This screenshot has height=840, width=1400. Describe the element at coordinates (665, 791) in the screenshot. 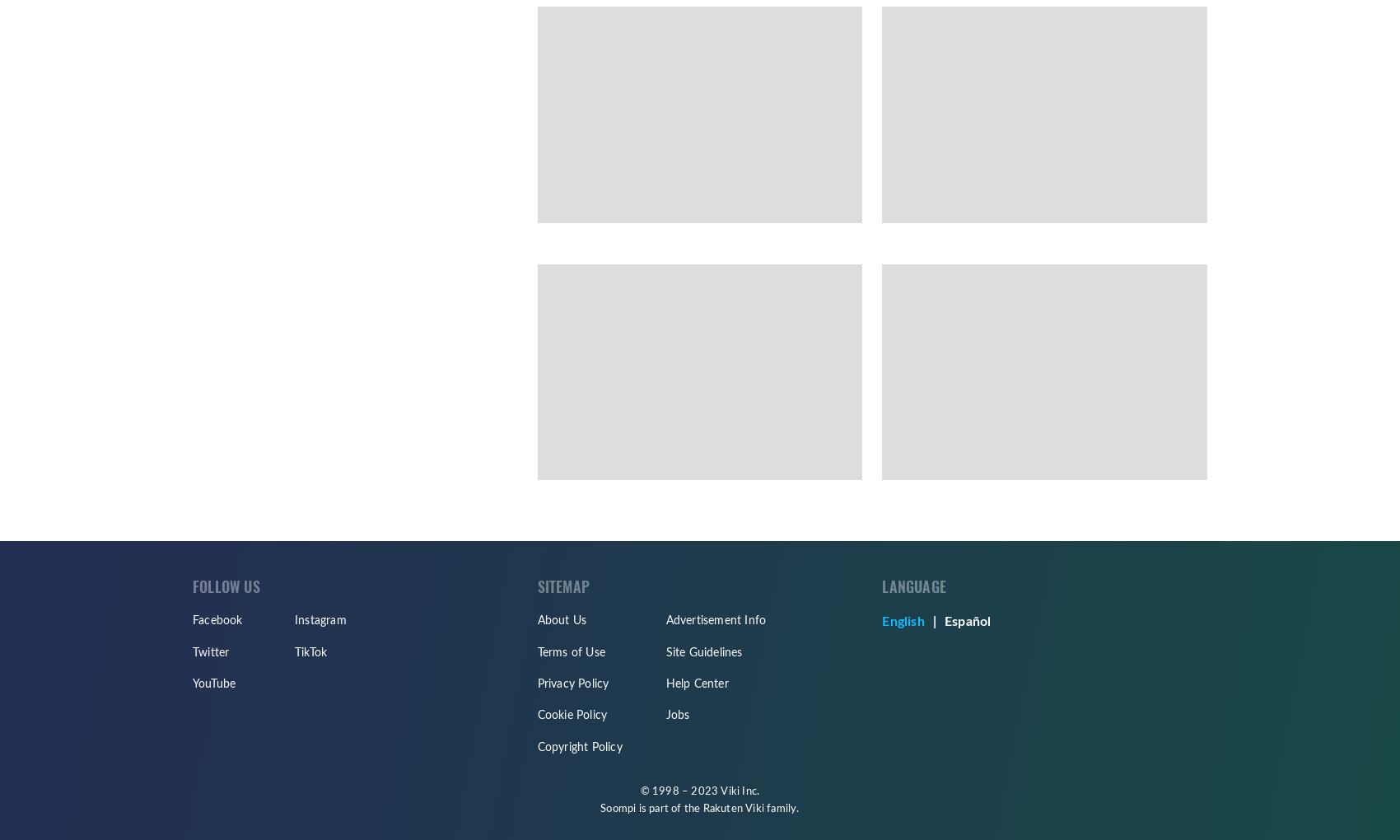

I see `'© 1998 –'` at that location.